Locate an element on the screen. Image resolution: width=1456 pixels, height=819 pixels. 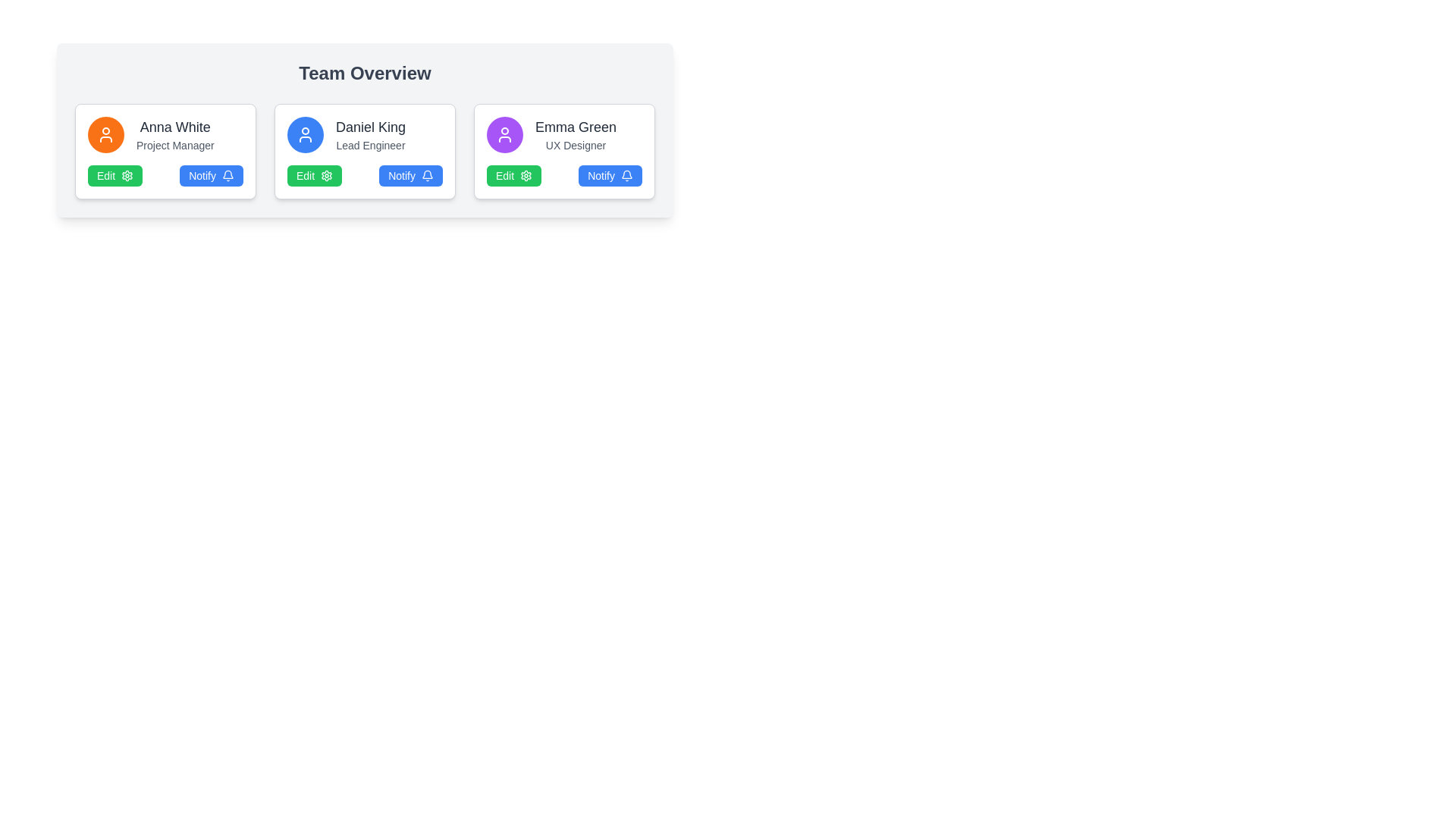
the circular blue button containing a white user silhouette icon, which is the leftmost element in the 'Daniel King Lead Engineer' section of the 'Team Overview' cards is located at coordinates (305, 133).